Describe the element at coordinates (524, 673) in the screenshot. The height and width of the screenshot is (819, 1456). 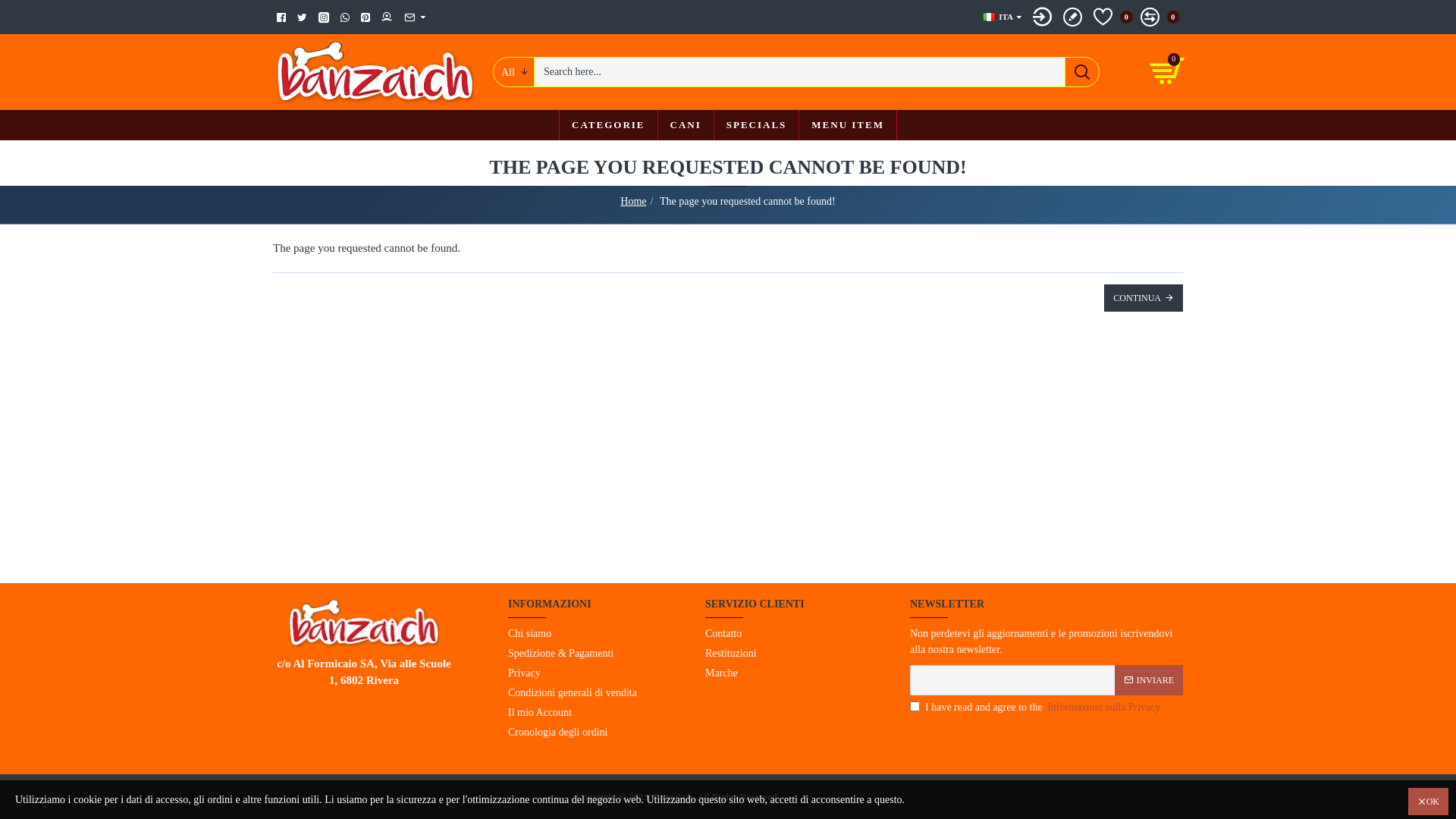
I see `'Privacy'` at that location.